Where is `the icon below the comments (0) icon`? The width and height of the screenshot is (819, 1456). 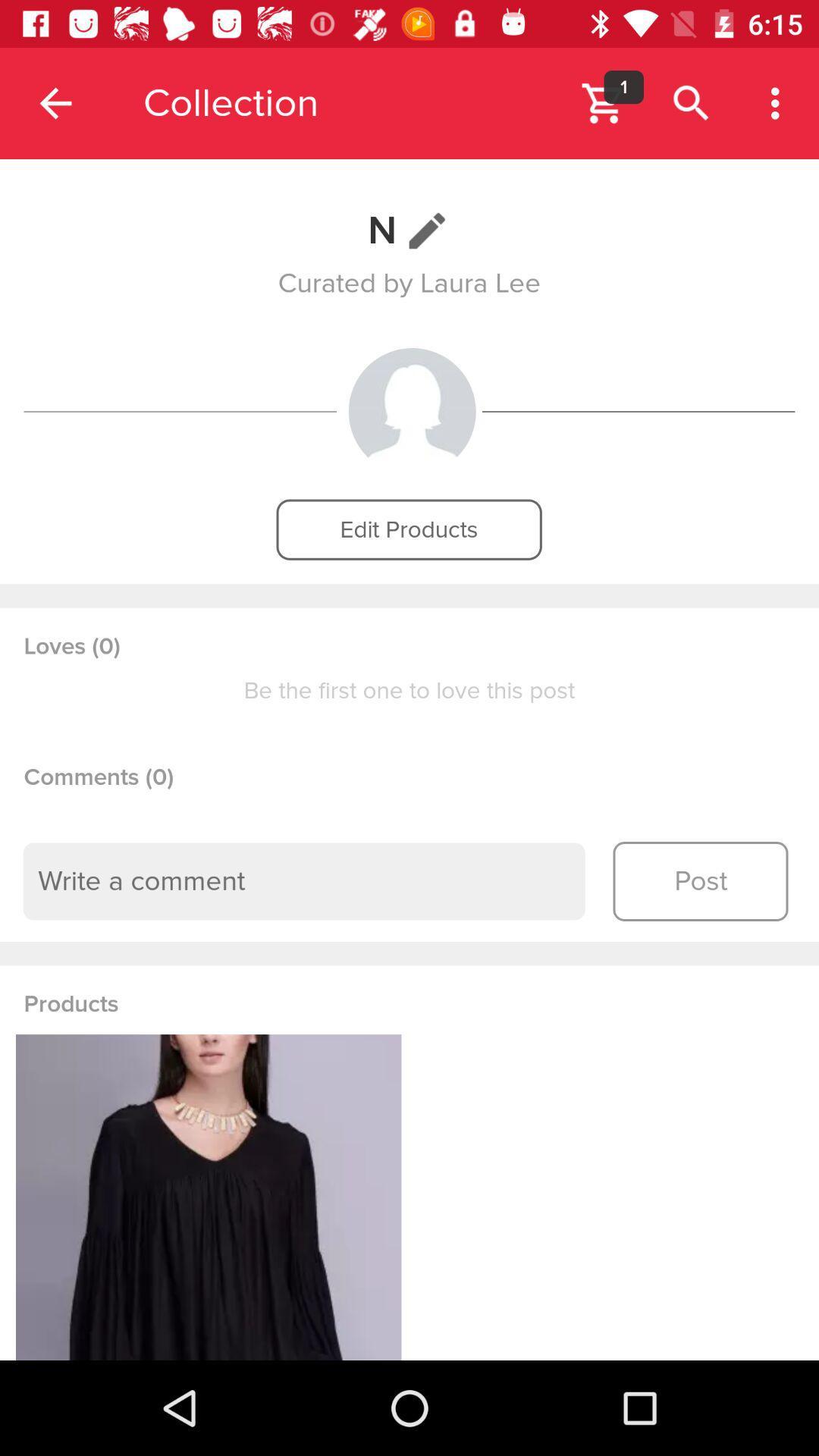
the icon below the comments (0) icon is located at coordinates (304, 881).